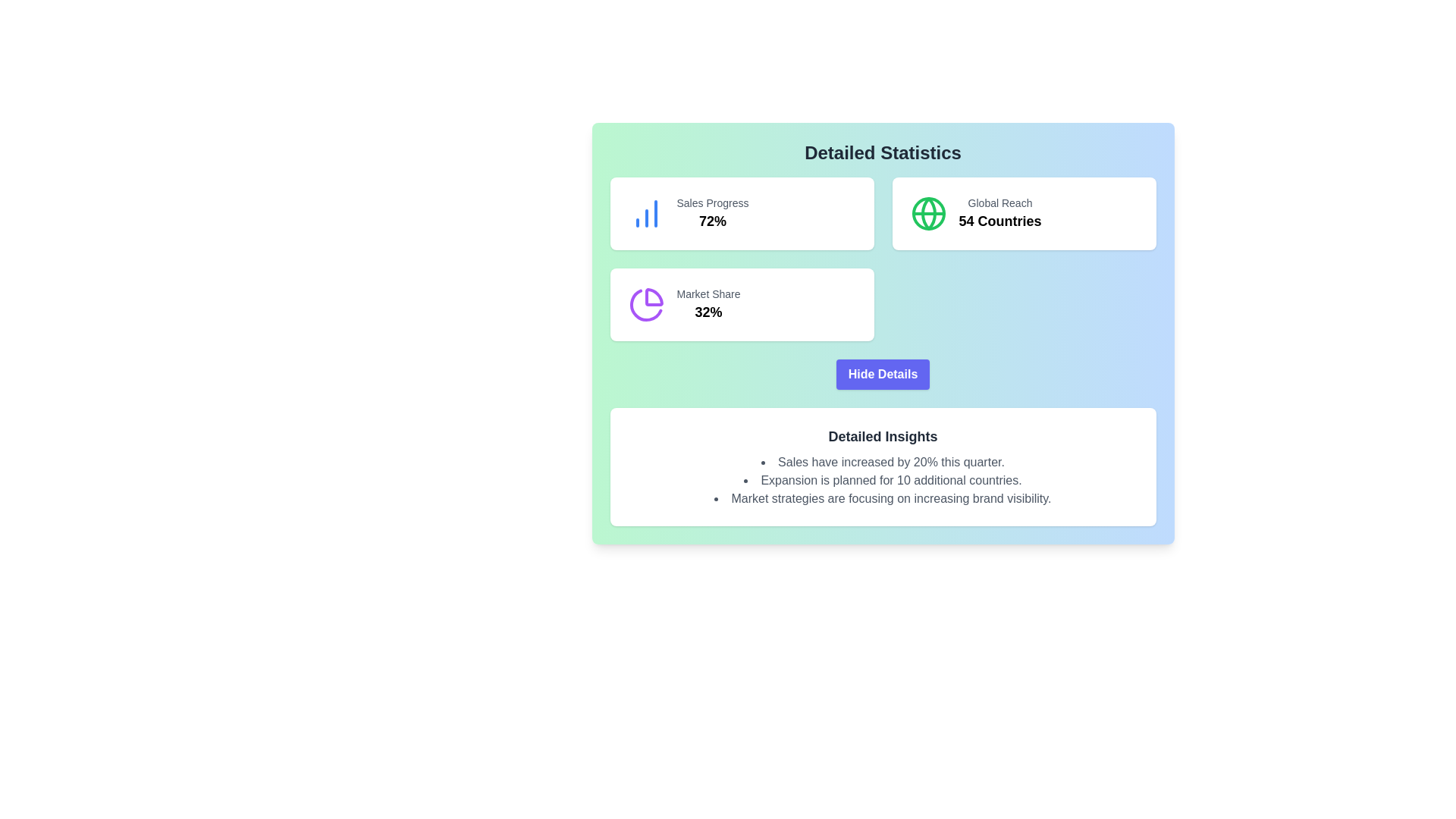  What do you see at coordinates (883, 152) in the screenshot?
I see `text of the header or title located at the top of the section, which provides a label for the content below it` at bounding box center [883, 152].